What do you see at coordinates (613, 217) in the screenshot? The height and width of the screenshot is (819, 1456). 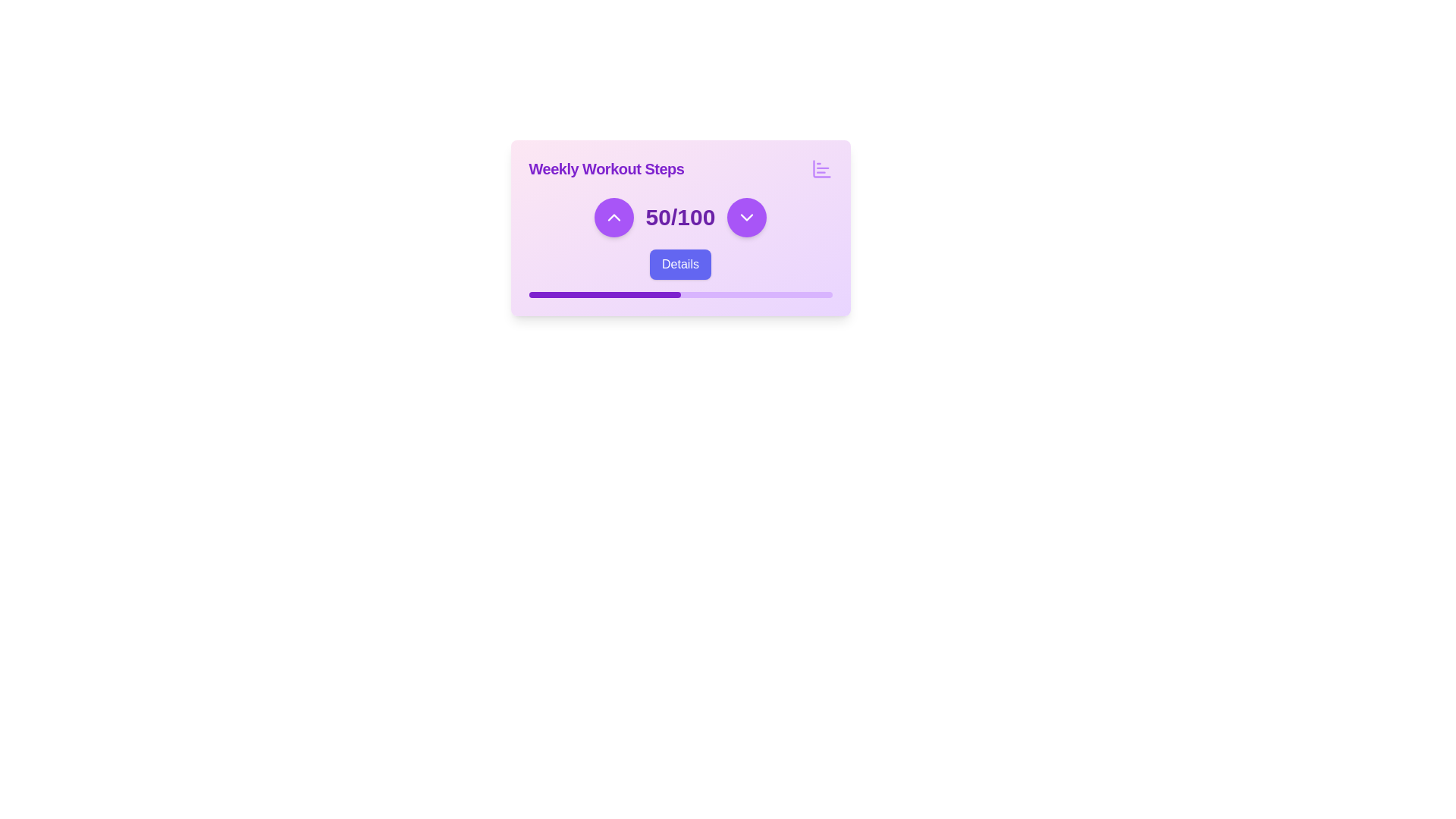 I see `the circular button with a purple background and a white upward-facing chevron icon` at bounding box center [613, 217].